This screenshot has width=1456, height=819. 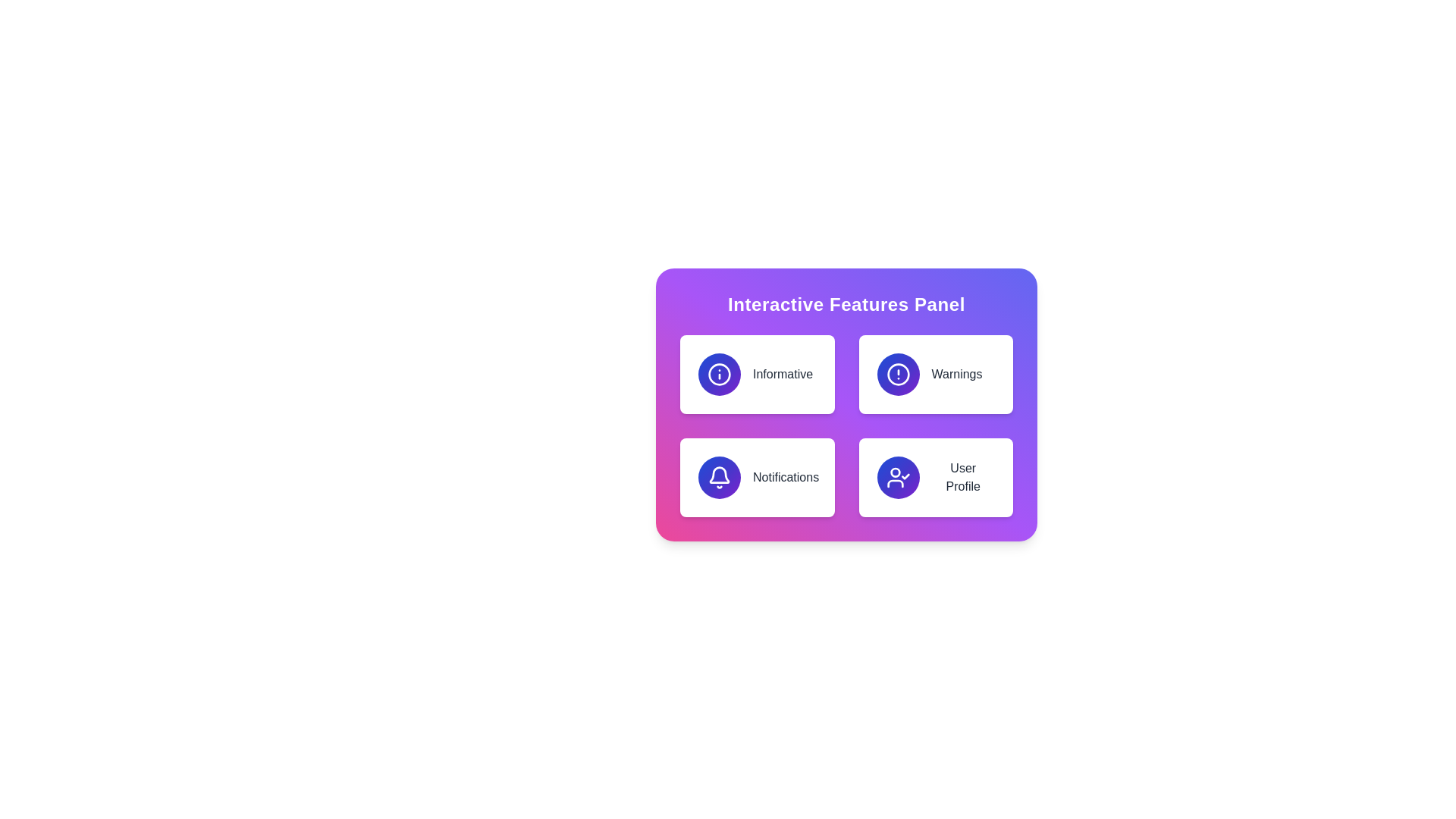 What do you see at coordinates (719, 476) in the screenshot?
I see `the notification icon located in the bottom-left quadrant of the 'Interactive Features Panel'` at bounding box center [719, 476].